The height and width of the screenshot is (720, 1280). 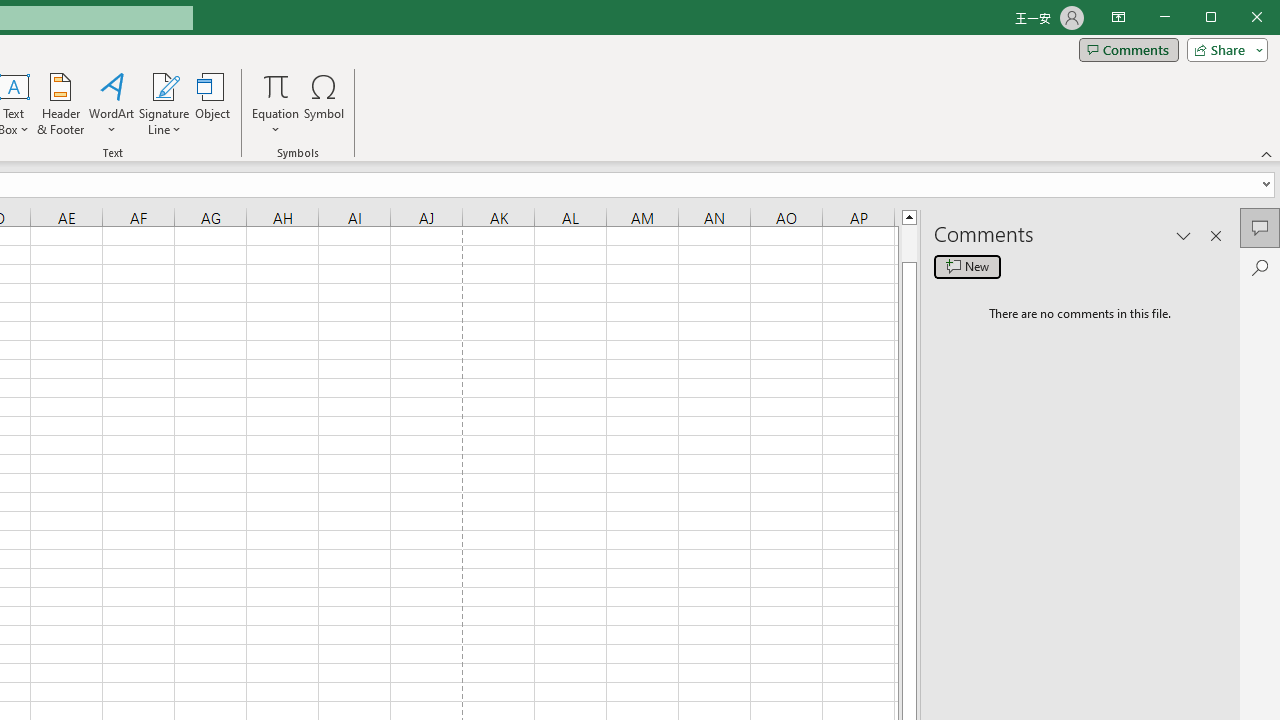 What do you see at coordinates (274, 104) in the screenshot?
I see `'Equation'` at bounding box center [274, 104].